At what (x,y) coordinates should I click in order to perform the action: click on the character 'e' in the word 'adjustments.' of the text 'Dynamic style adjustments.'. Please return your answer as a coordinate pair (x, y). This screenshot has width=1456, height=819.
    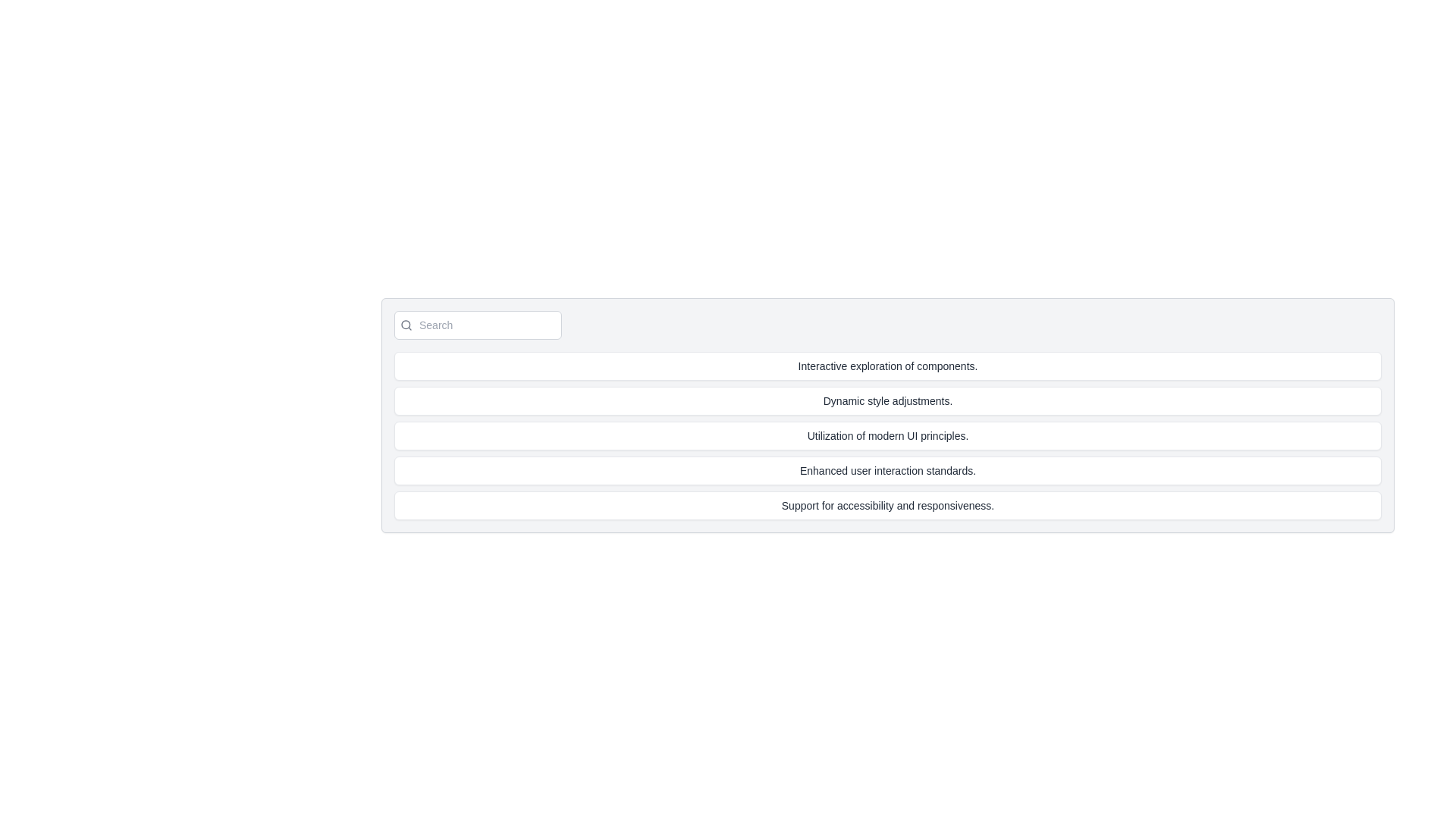
    Looking at the image, I should click on (931, 400).